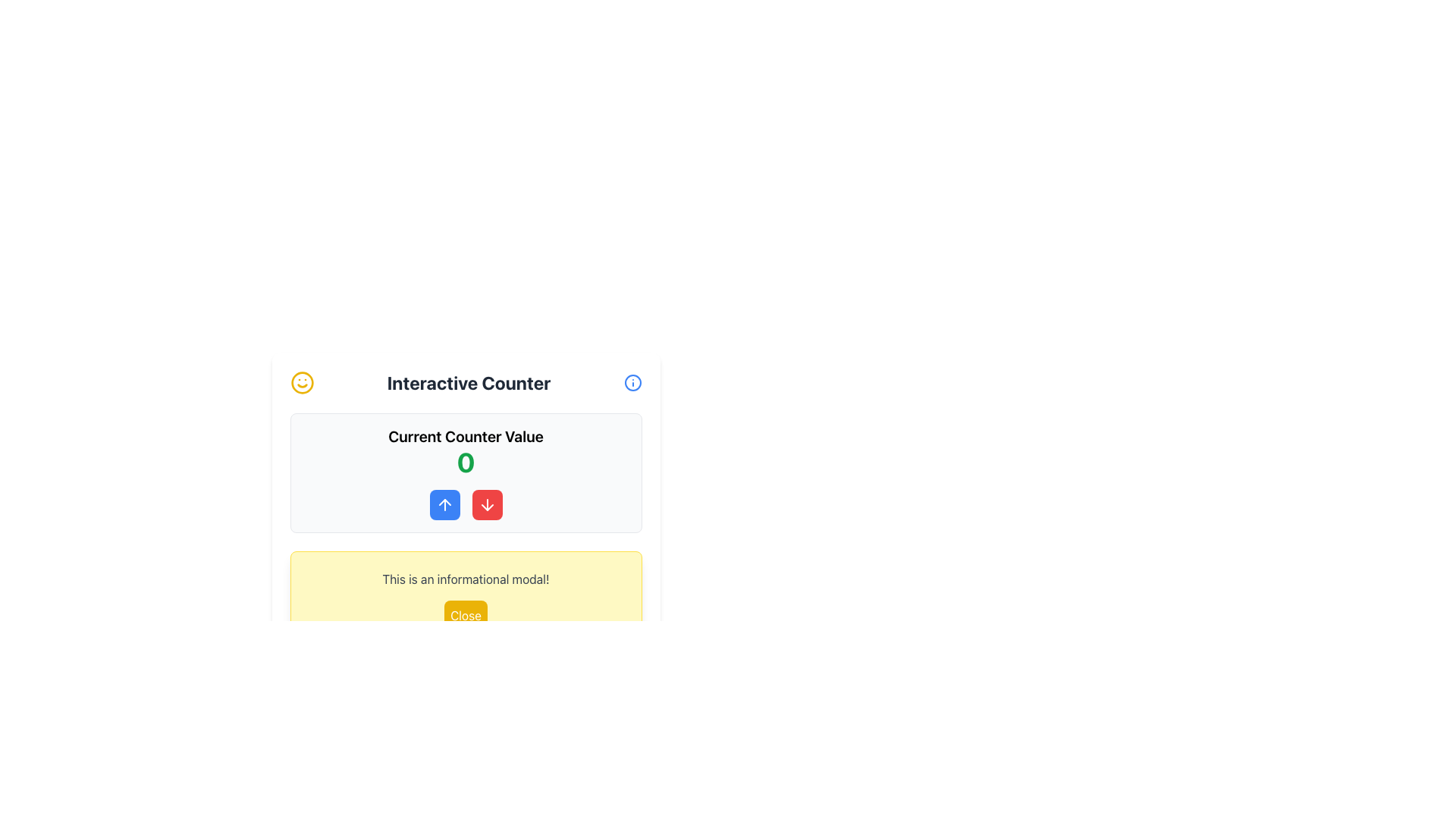 This screenshot has width=1456, height=819. I want to click on the downward arrow icon button with a red background located below the upward arrow icon to decrement the counter, so click(487, 505).